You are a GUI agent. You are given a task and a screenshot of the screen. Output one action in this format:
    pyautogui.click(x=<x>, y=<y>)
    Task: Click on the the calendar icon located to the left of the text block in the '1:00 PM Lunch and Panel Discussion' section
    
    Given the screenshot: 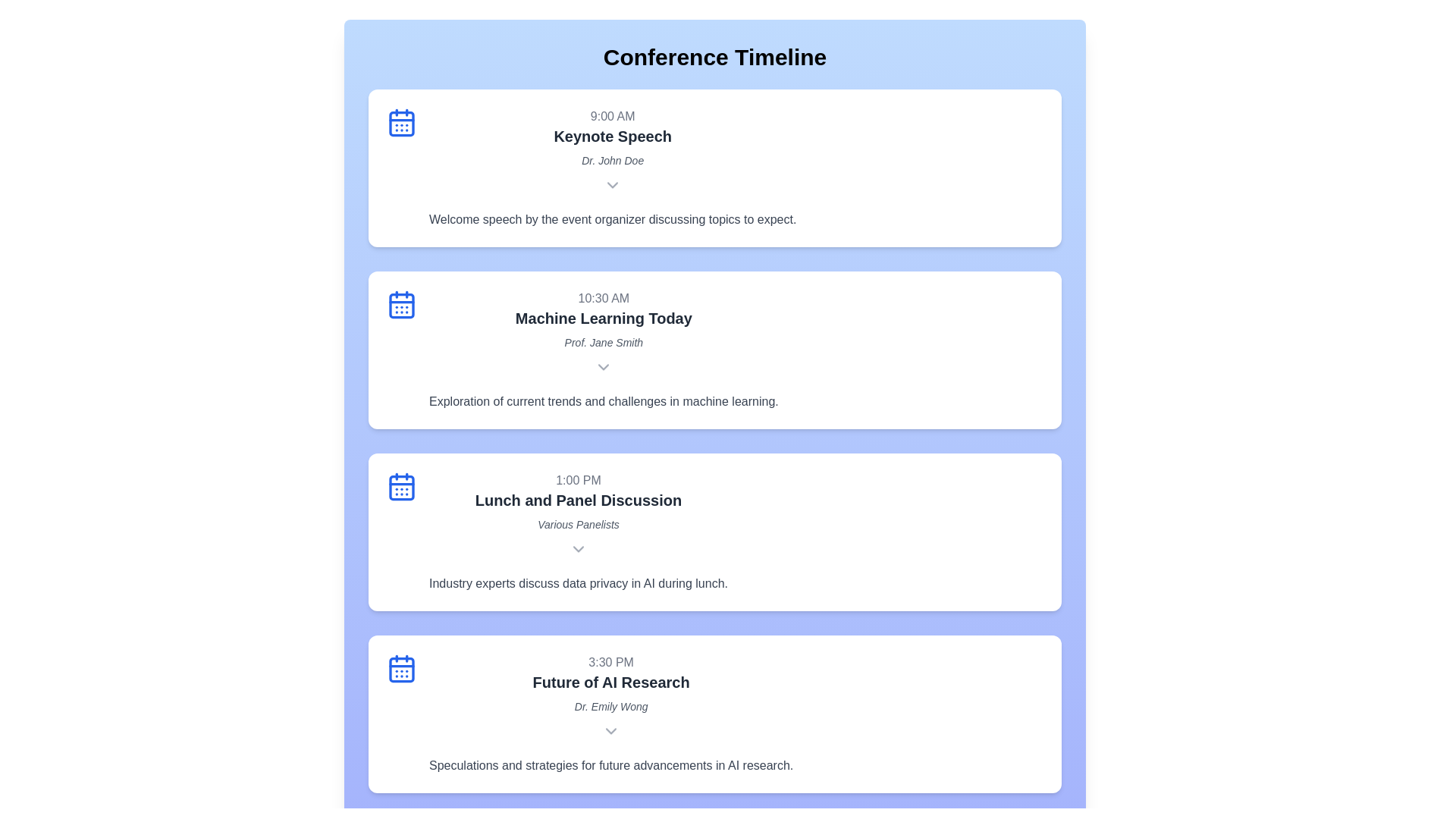 What is the action you would take?
    pyautogui.click(x=401, y=486)
    